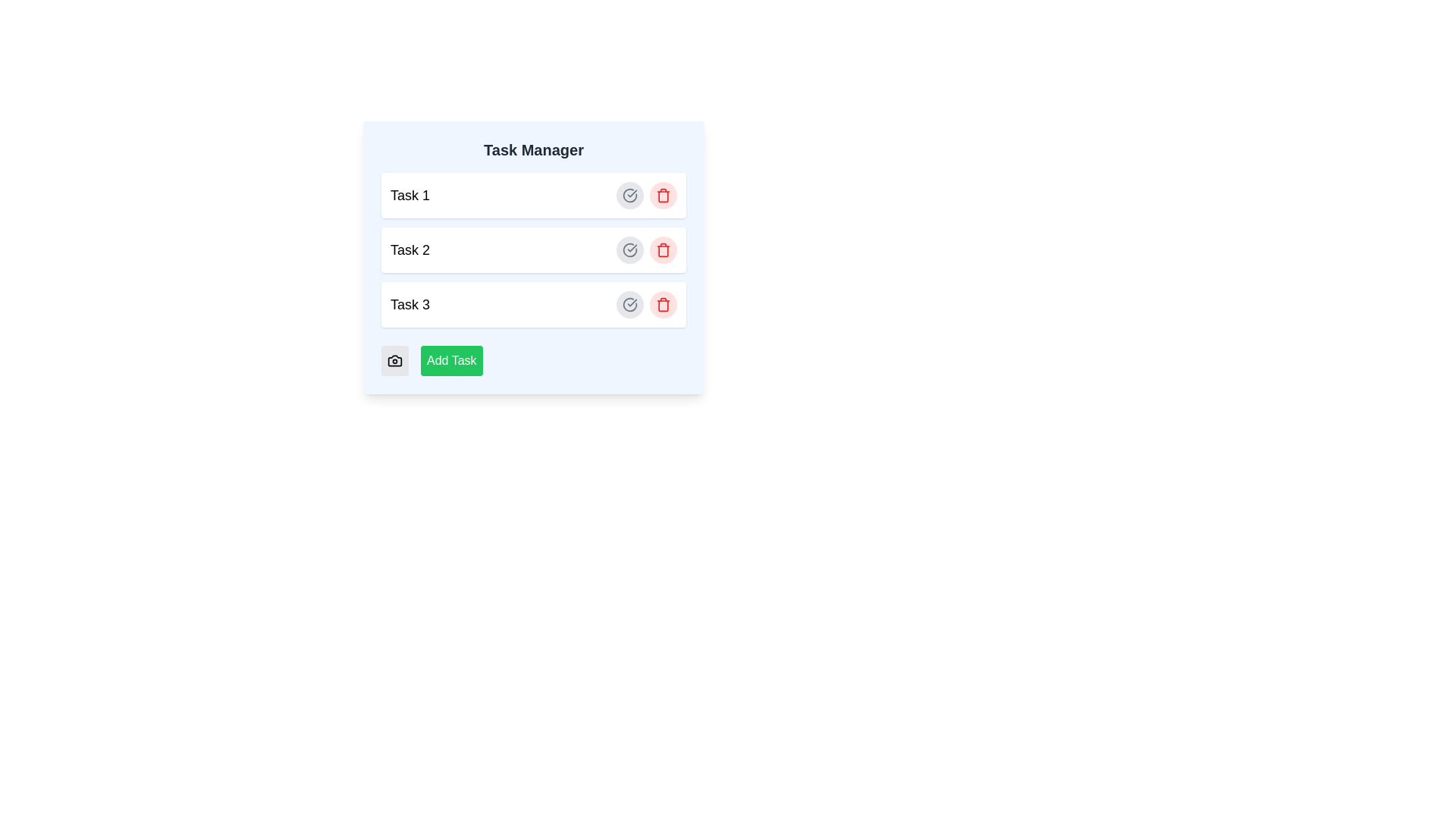 Image resolution: width=1456 pixels, height=819 pixels. Describe the element at coordinates (534, 256) in the screenshot. I see `the second task entry labeled 'Task 2' in the task manager system` at that location.